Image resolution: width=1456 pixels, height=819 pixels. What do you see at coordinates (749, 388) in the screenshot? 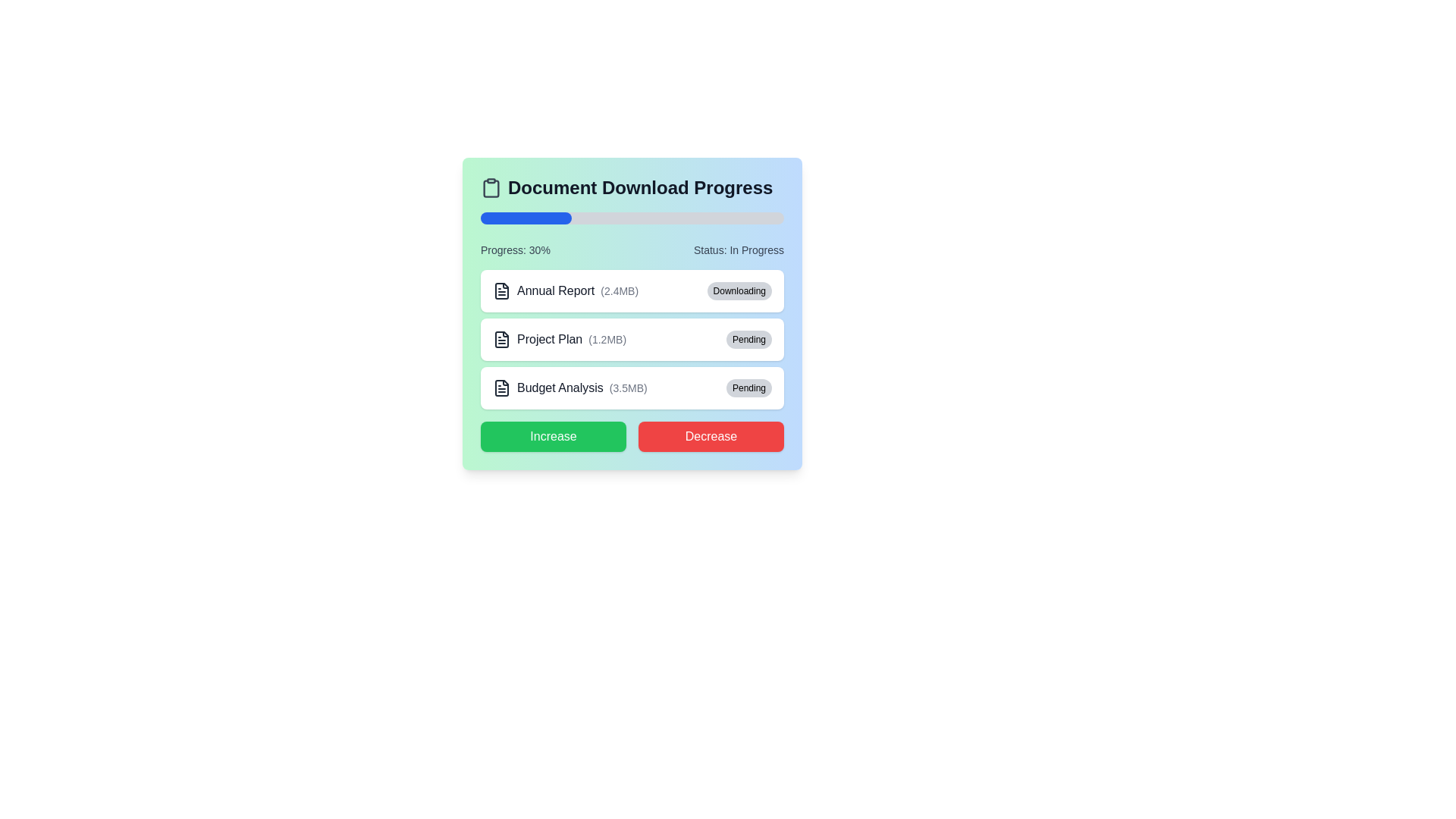
I see `the 'Pending' badge with rounded corners and gray background, positioned to the right of 'Budget Analysis (3.5MB)'` at bounding box center [749, 388].